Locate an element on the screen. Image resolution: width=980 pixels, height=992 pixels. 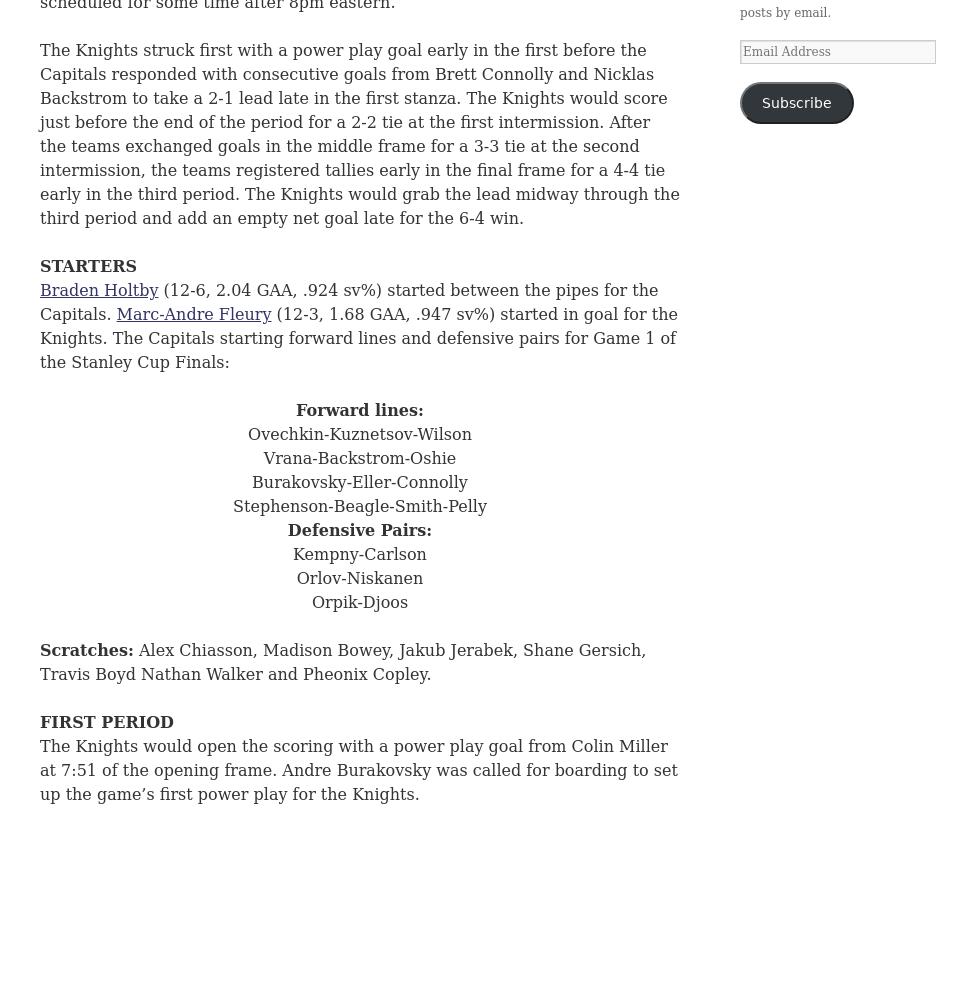
'TARTERS' is located at coordinates (93, 265).